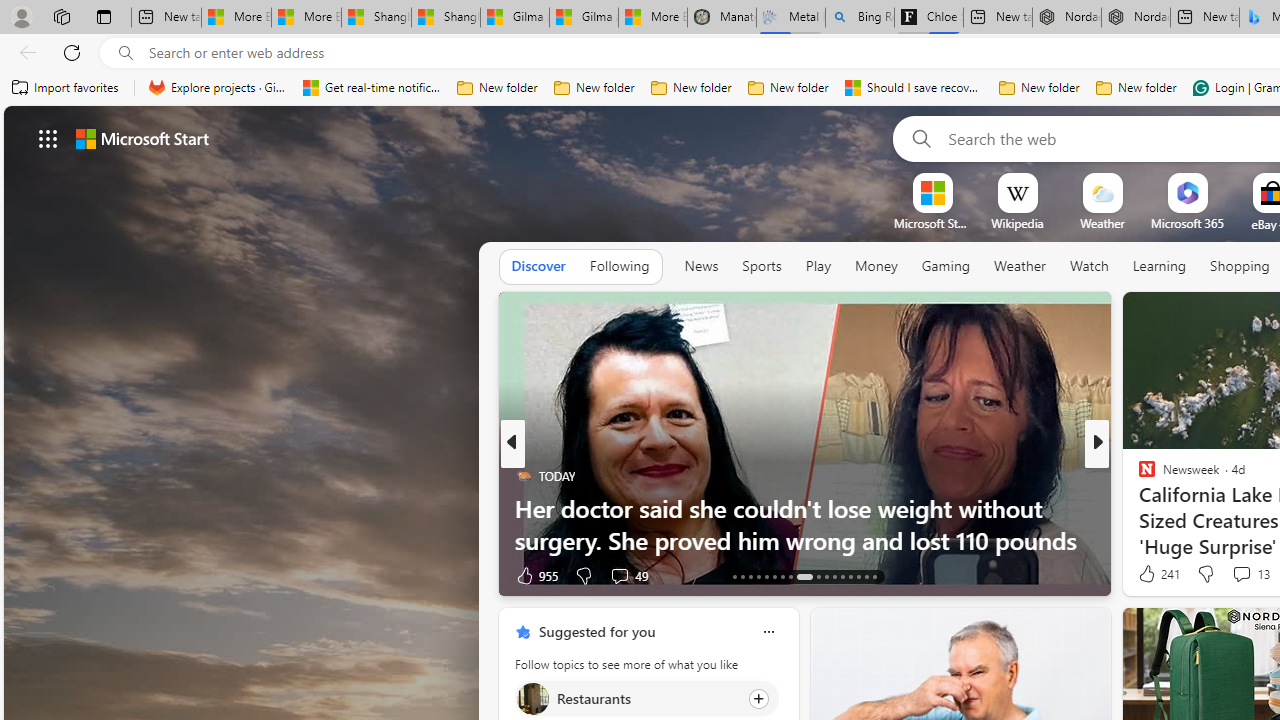  I want to click on 'News', so click(701, 265).